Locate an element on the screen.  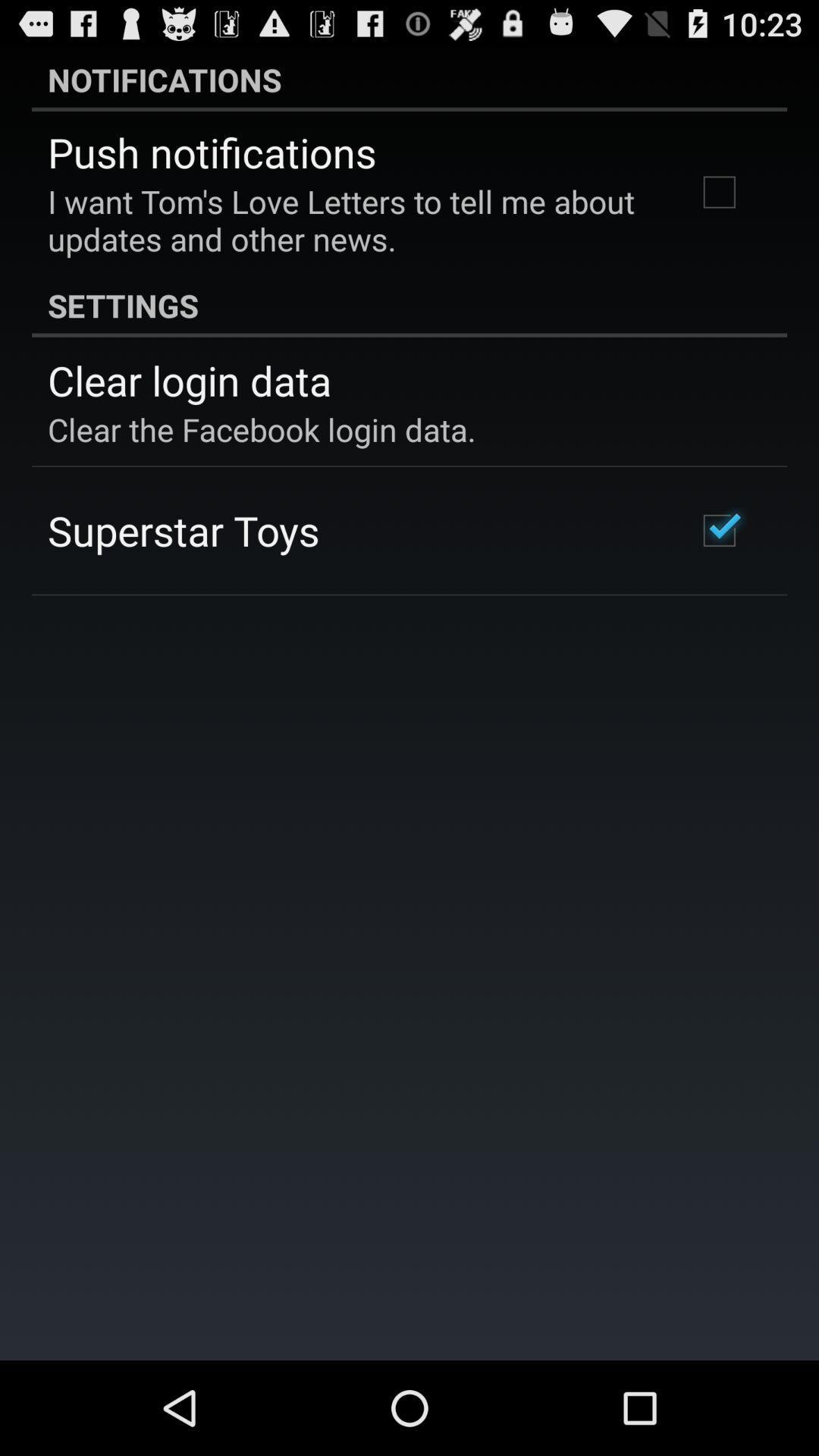
item above the superstar toys is located at coordinates (261, 428).